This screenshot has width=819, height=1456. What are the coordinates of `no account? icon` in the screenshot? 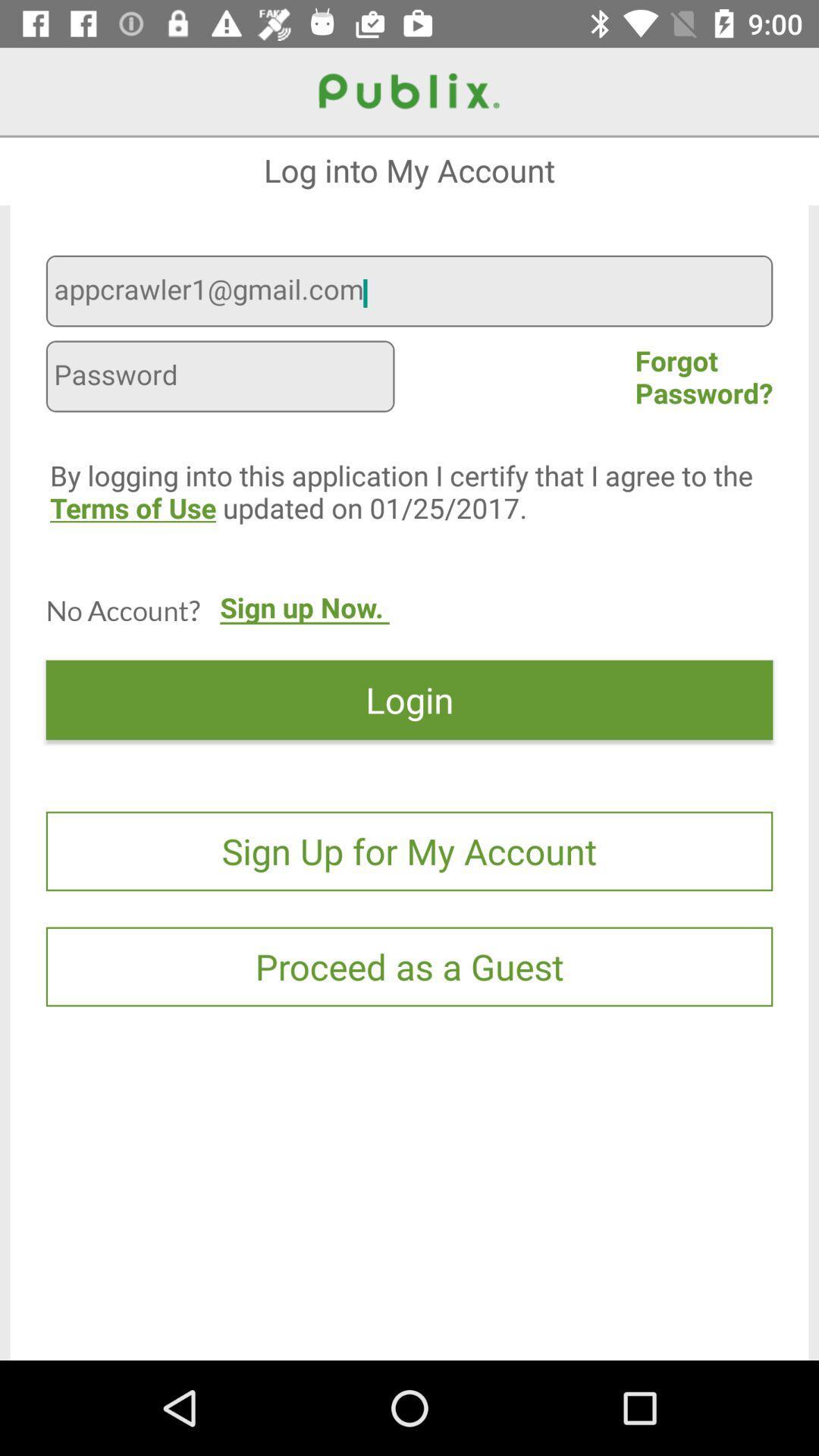 It's located at (122, 610).